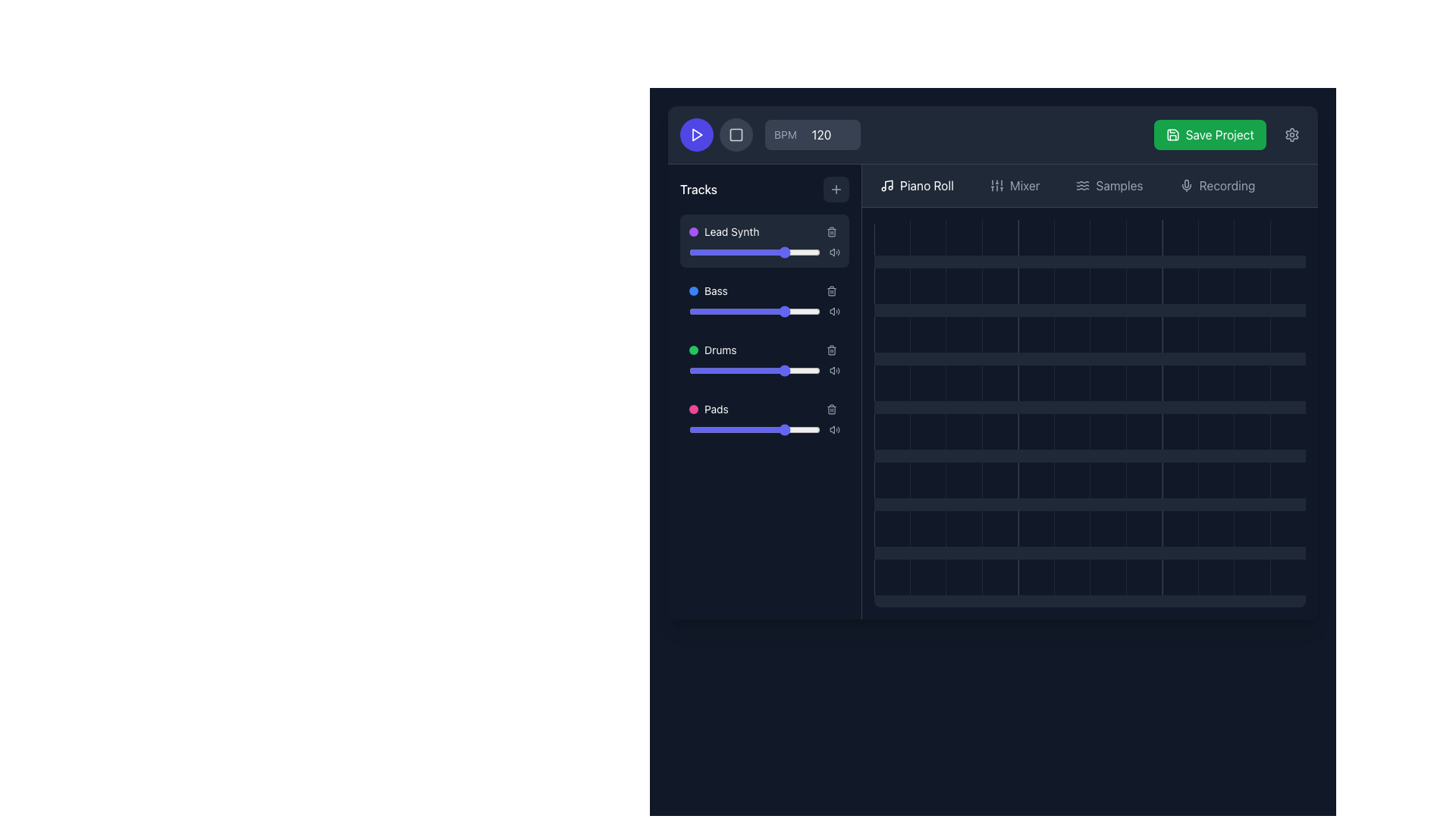 This screenshot has height=819, width=1456. Describe the element at coordinates (1144, 480) in the screenshot. I see `the plain square grid cell in the 8th column of the 4th row of a dark grid interface` at that location.